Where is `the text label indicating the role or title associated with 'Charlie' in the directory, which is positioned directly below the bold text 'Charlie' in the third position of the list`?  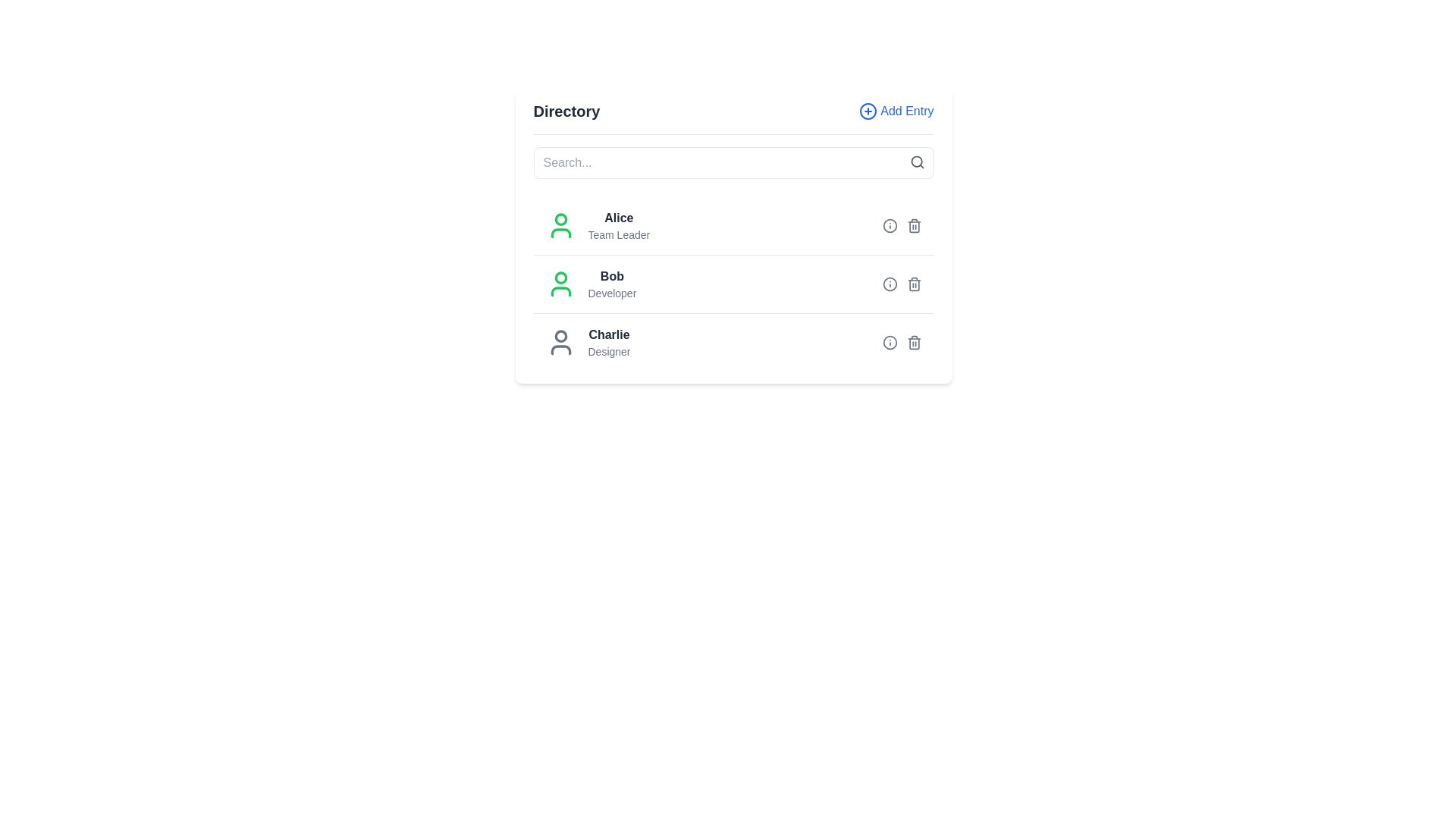
the text label indicating the role or title associated with 'Charlie' in the directory, which is positioned directly below the bold text 'Charlie' in the third position of the list is located at coordinates (609, 351).